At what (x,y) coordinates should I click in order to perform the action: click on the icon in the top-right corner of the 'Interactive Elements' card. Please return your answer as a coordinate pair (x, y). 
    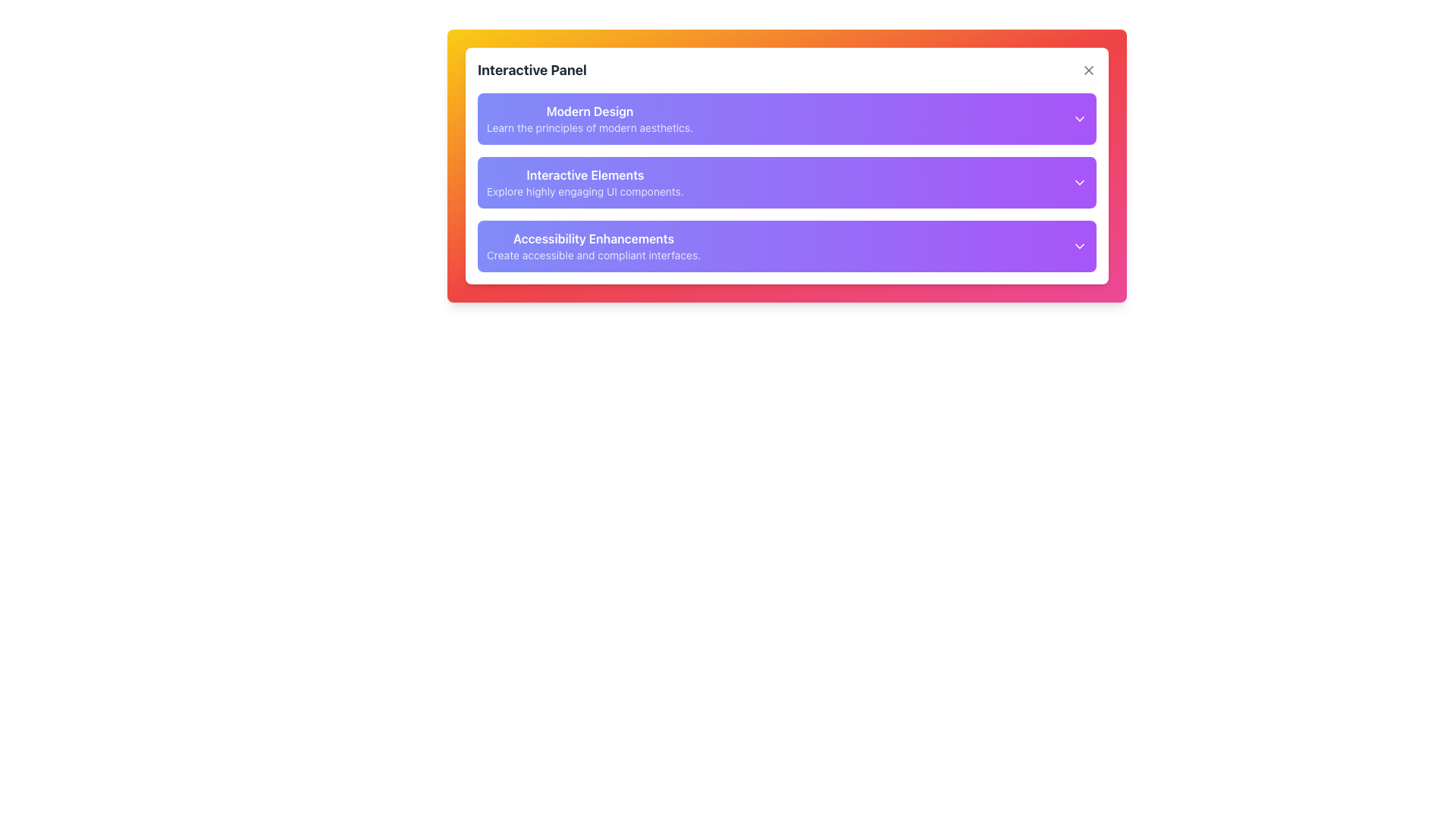
    Looking at the image, I should click on (1079, 181).